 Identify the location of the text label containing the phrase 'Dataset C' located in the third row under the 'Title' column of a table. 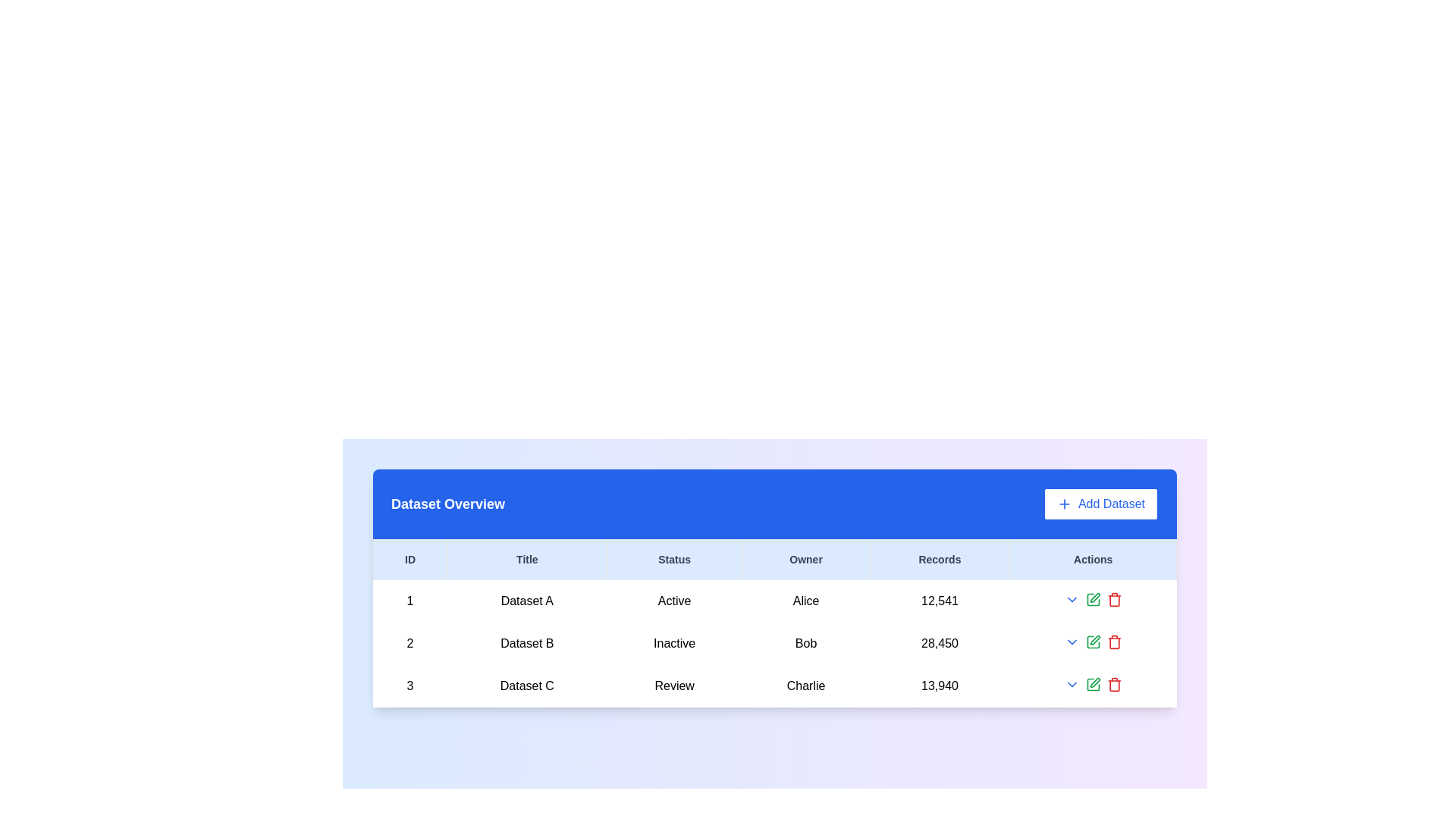
(527, 686).